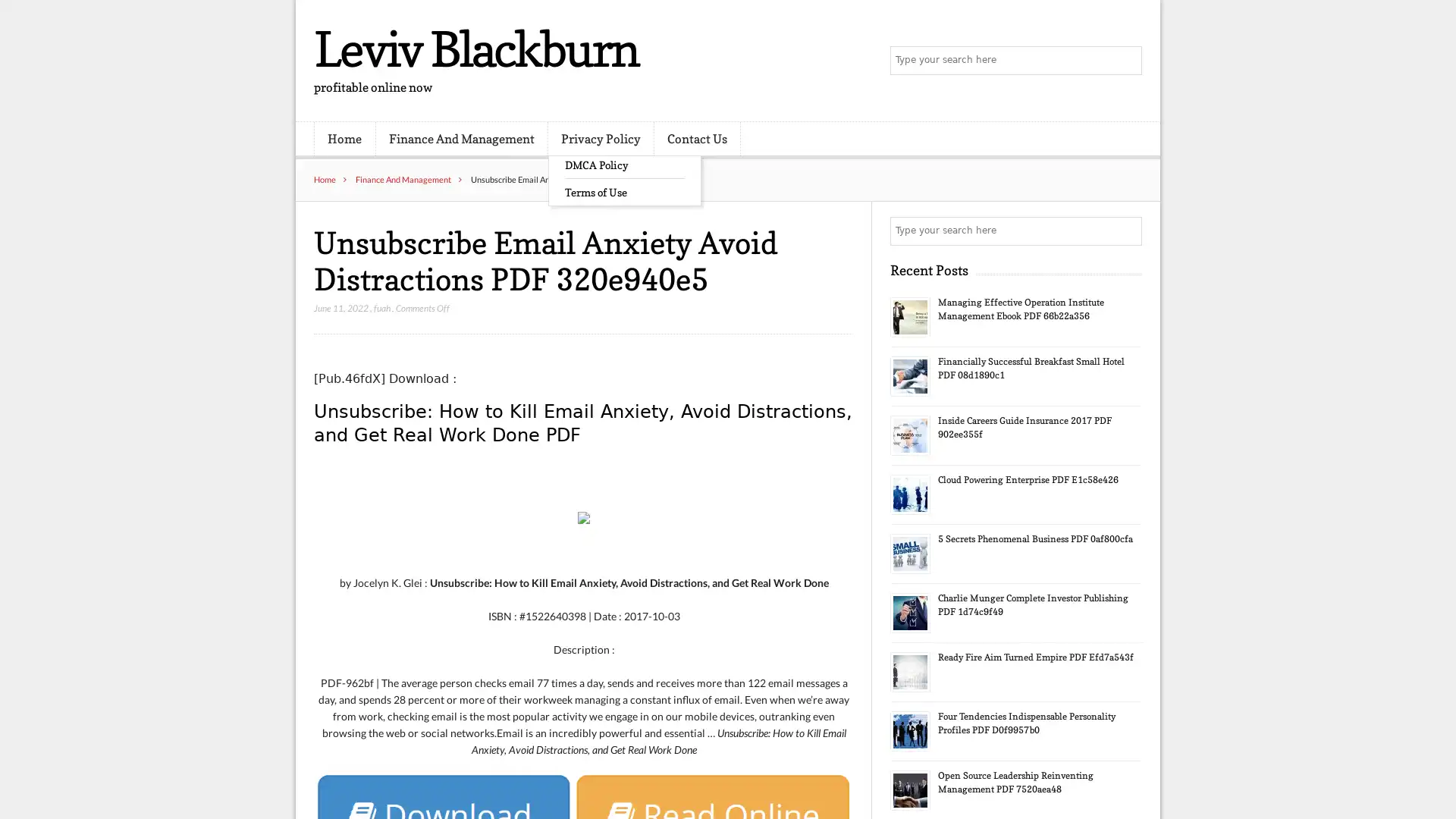  Describe the element at coordinates (1126, 61) in the screenshot. I see `Search` at that location.